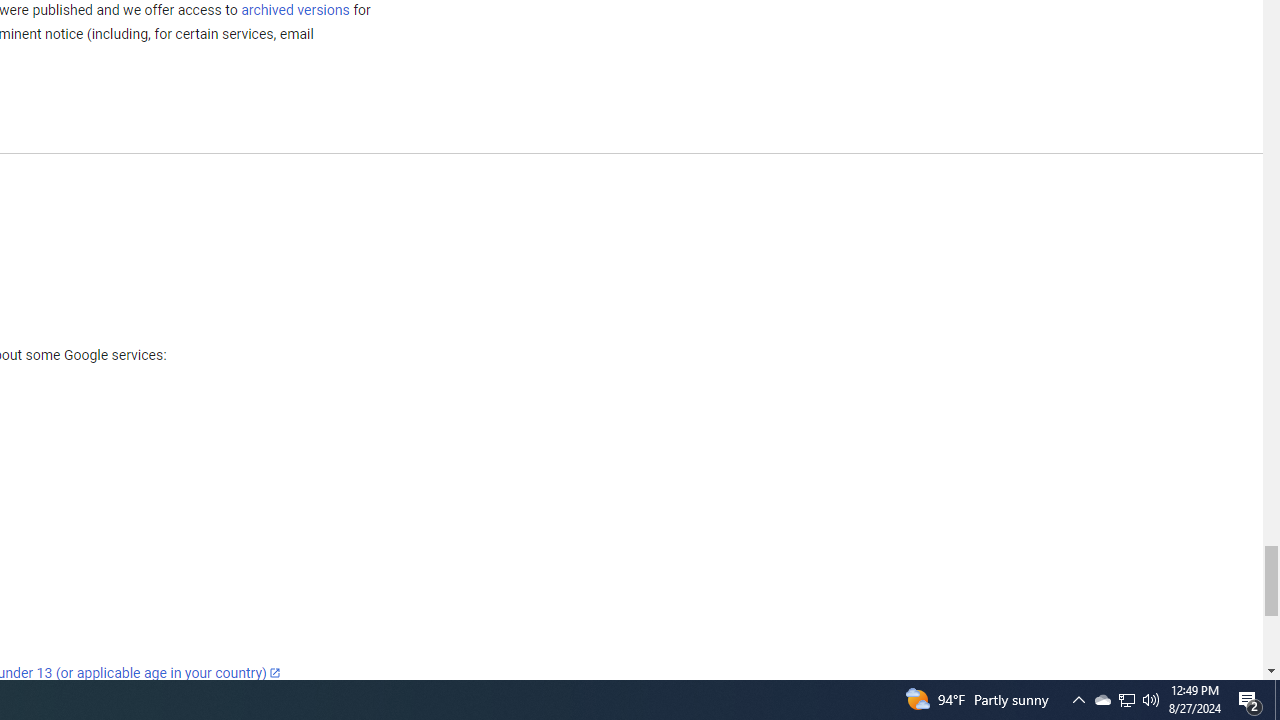 This screenshot has height=720, width=1280. What do you see at coordinates (294, 9) in the screenshot?
I see `'archived versions'` at bounding box center [294, 9].